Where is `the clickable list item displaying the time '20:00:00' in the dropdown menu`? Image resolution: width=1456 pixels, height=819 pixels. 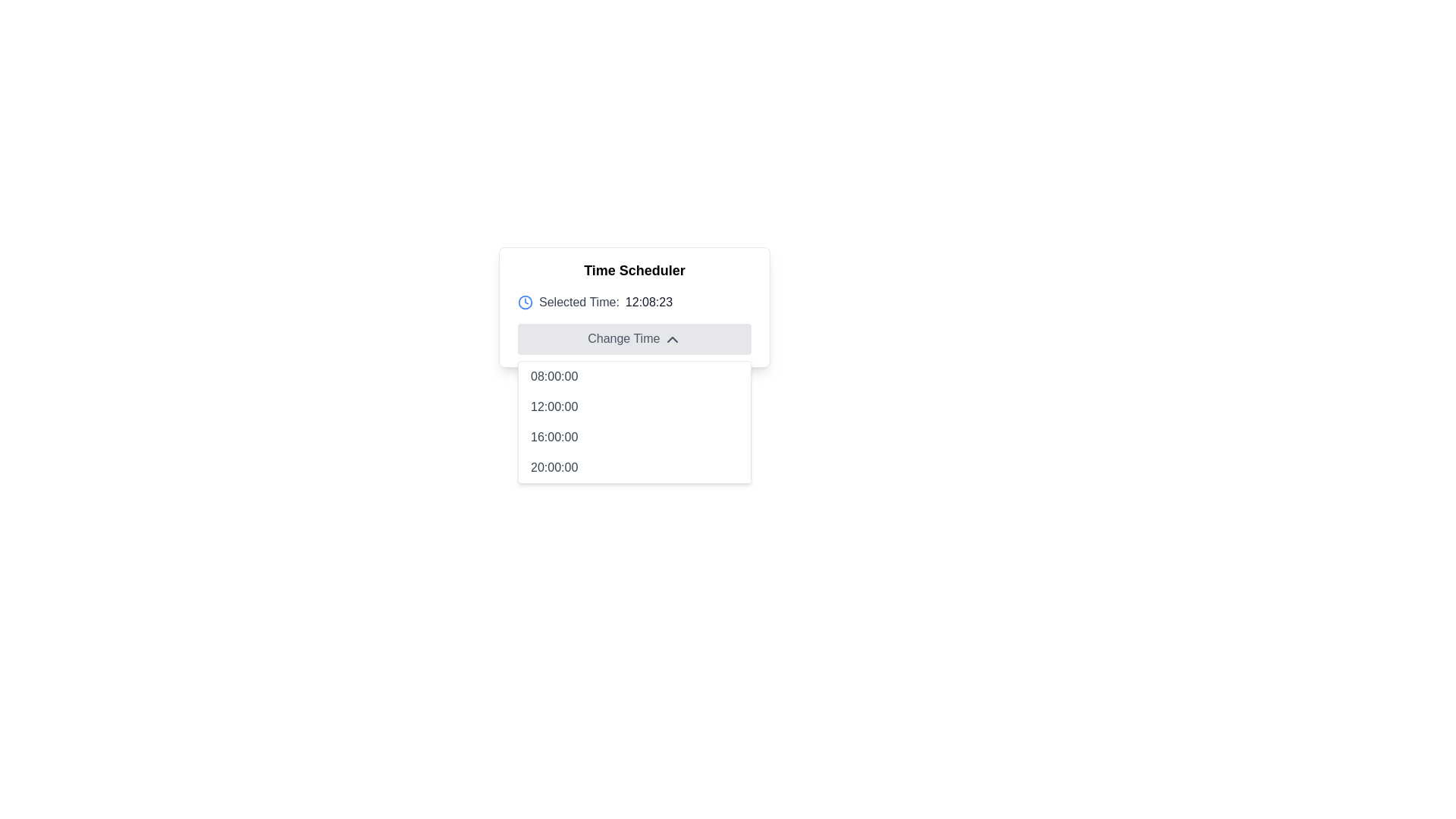 the clickable list item displaying the time '20:00:00' in the dropdown menu is located at coordinates (634, 466).